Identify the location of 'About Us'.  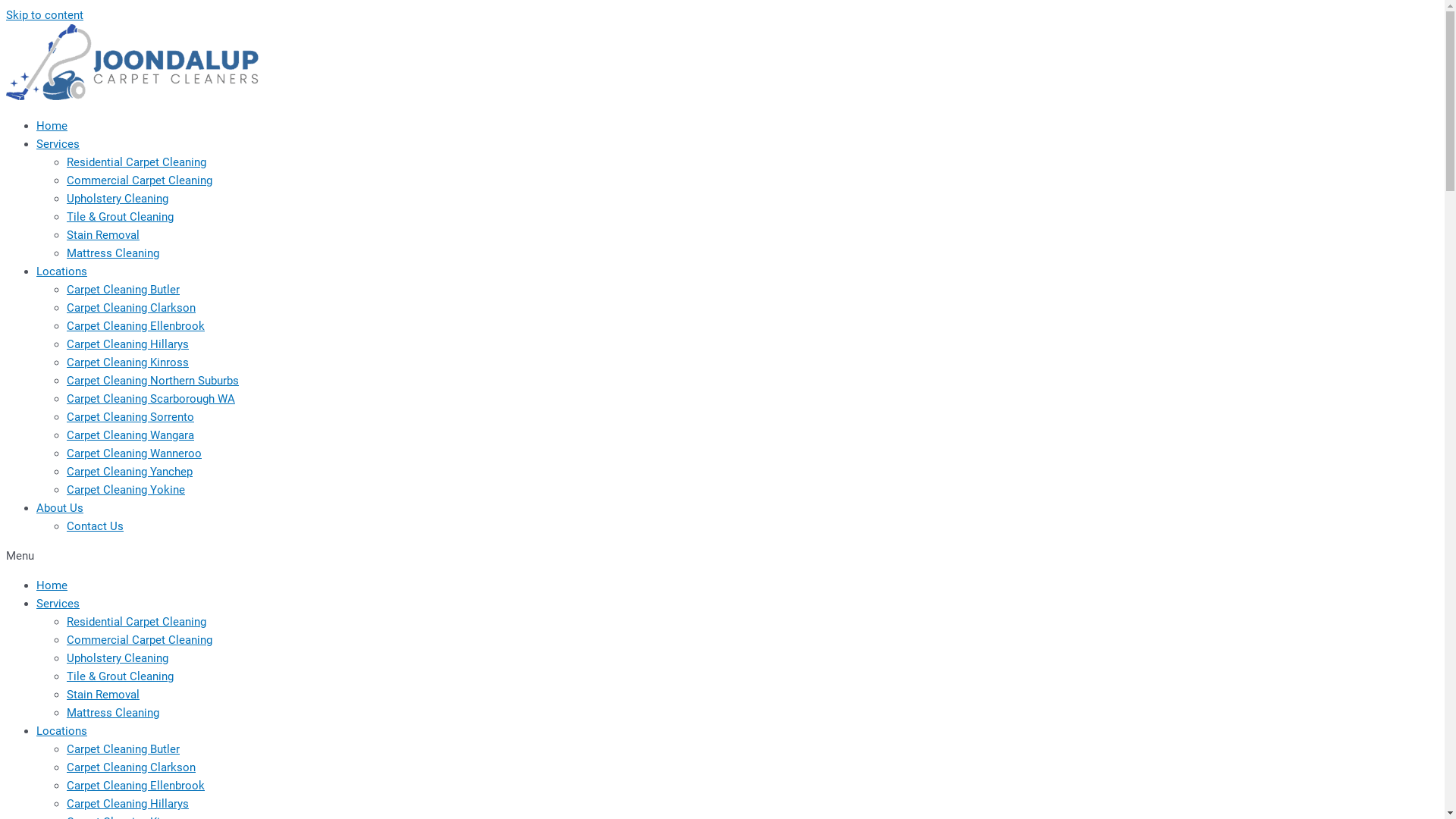
(59, 508).